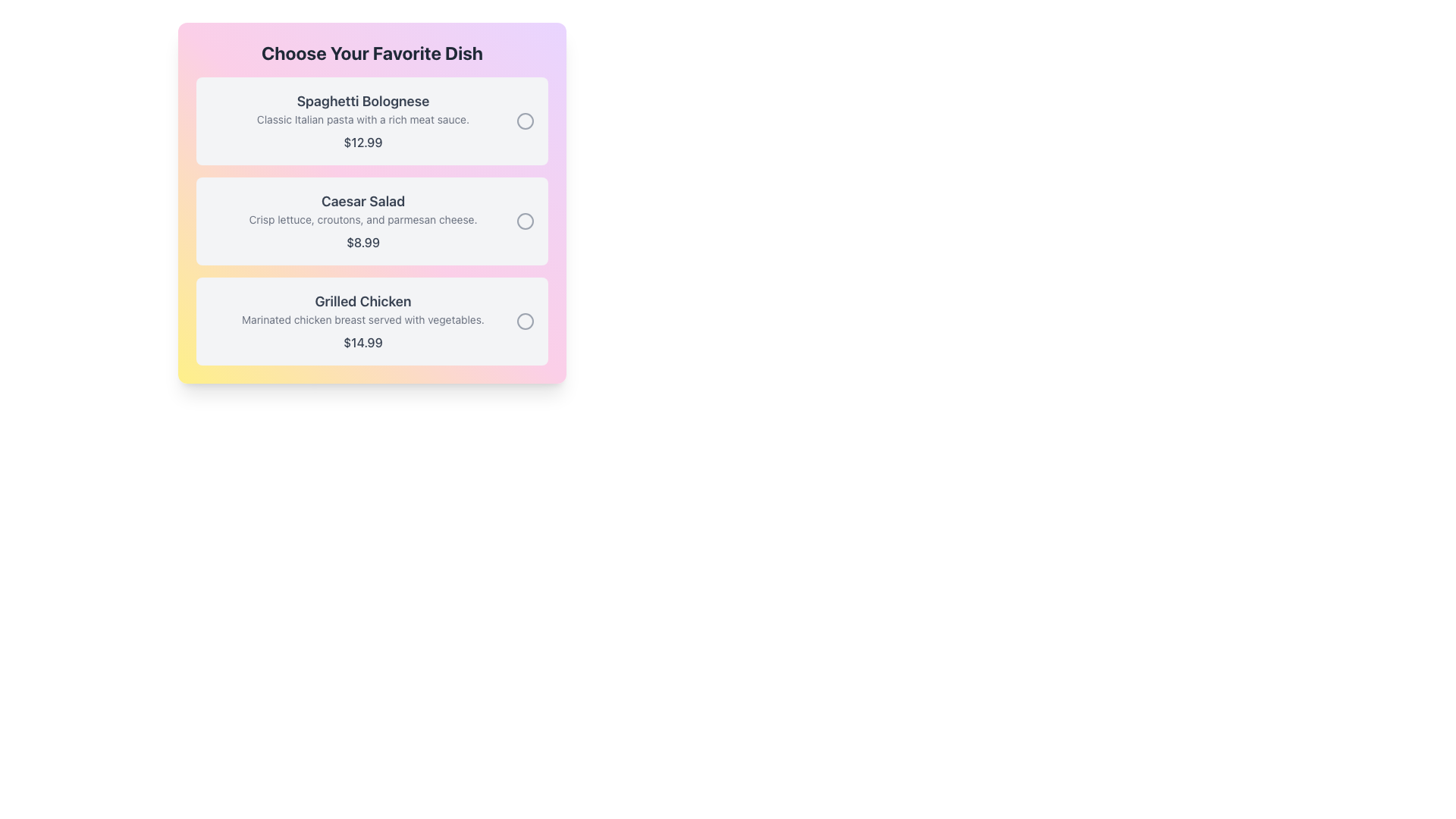 The image size is (1456, 819). What do you see at coordinates (362, 242) in the screenshot?
I see `the text label displaying '$8.99' which is associated with the 'Caesar Salad' dish` at bounding box center [362, 242].